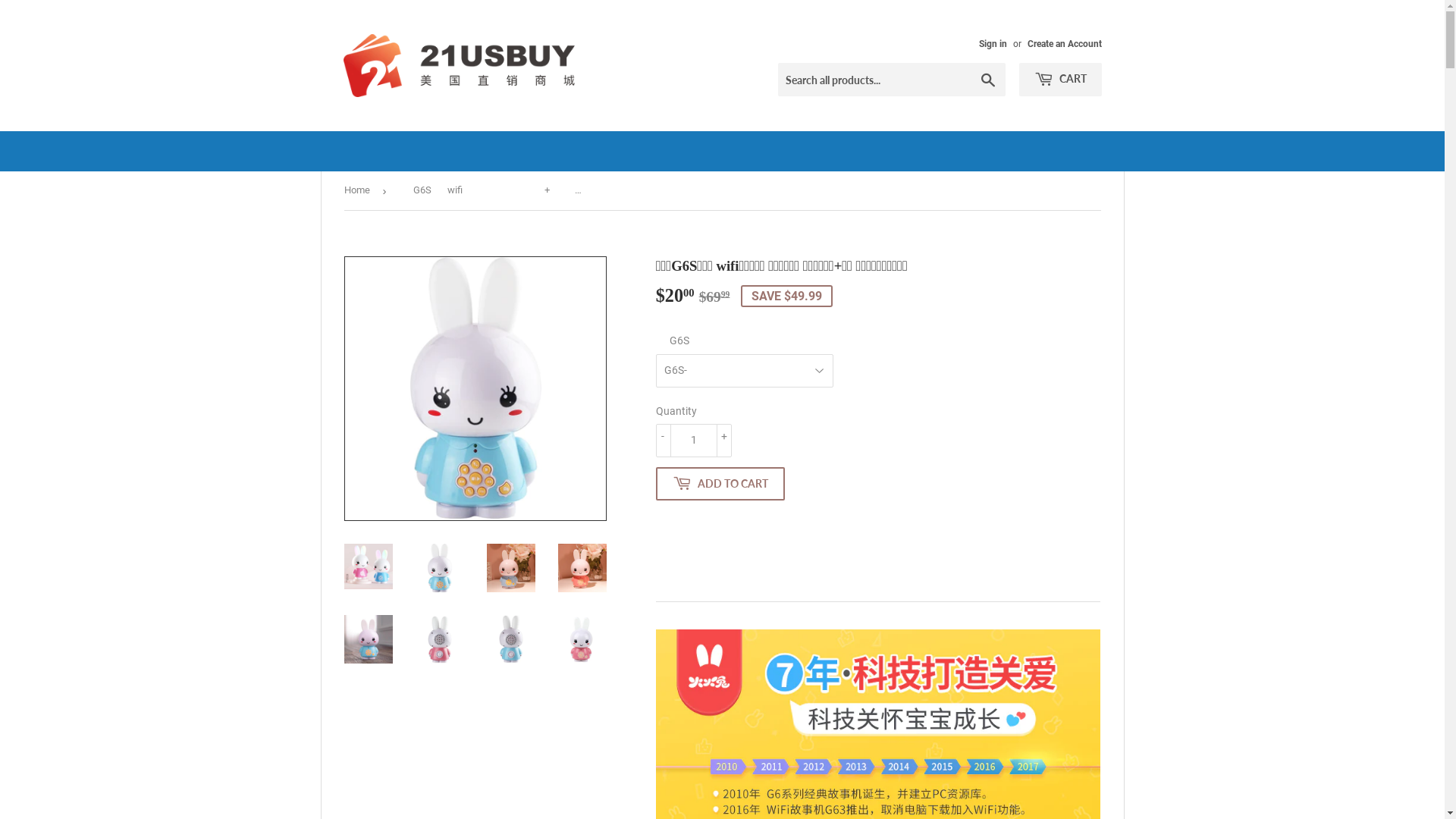 This screenshot has width=1456, height=819. I want to click on 'Create an Account', so click(1062, 42).